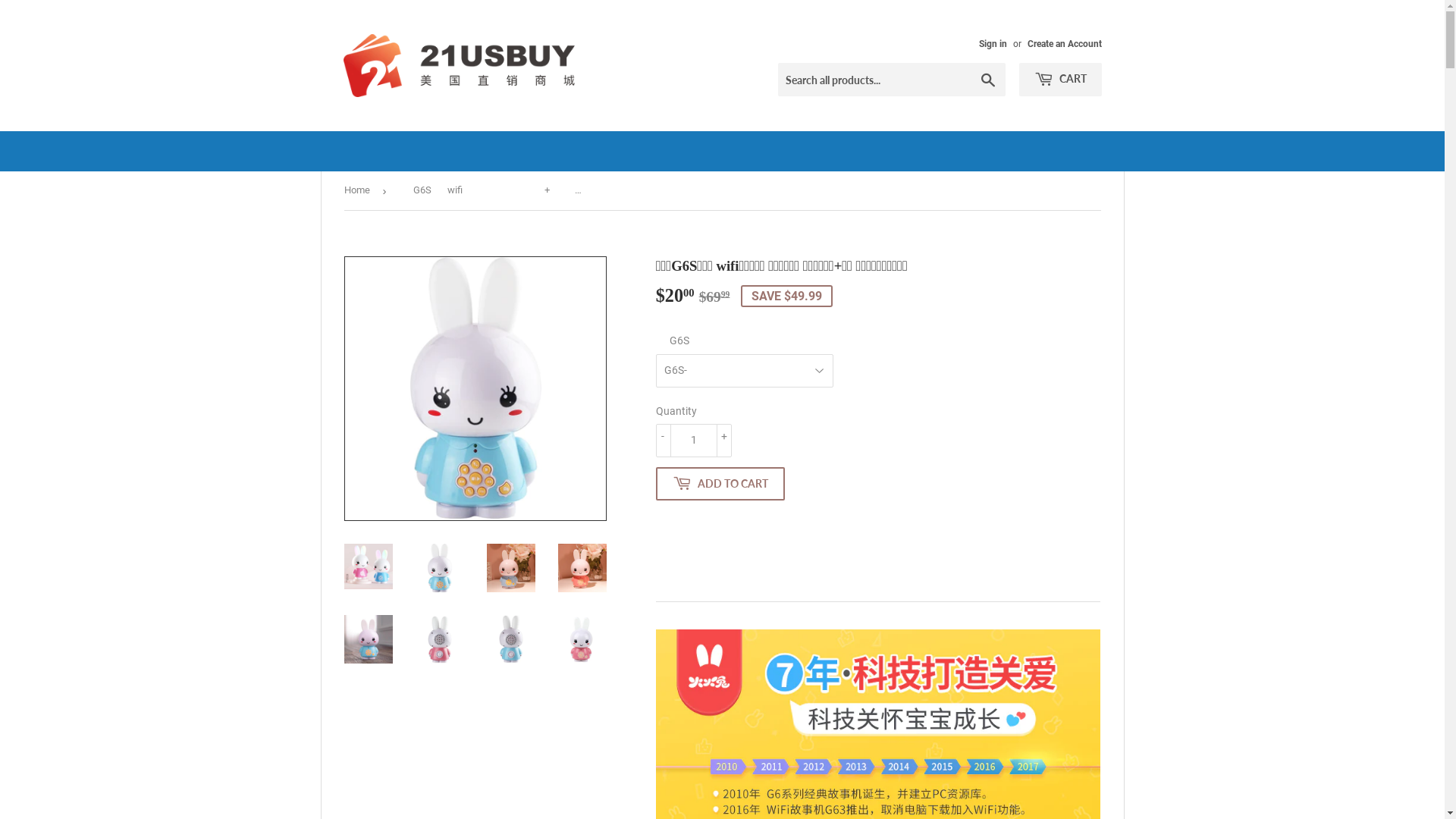 This screenshot has width=1456, height=819. I want to click on 'Create an Account', so click(1062, 42).